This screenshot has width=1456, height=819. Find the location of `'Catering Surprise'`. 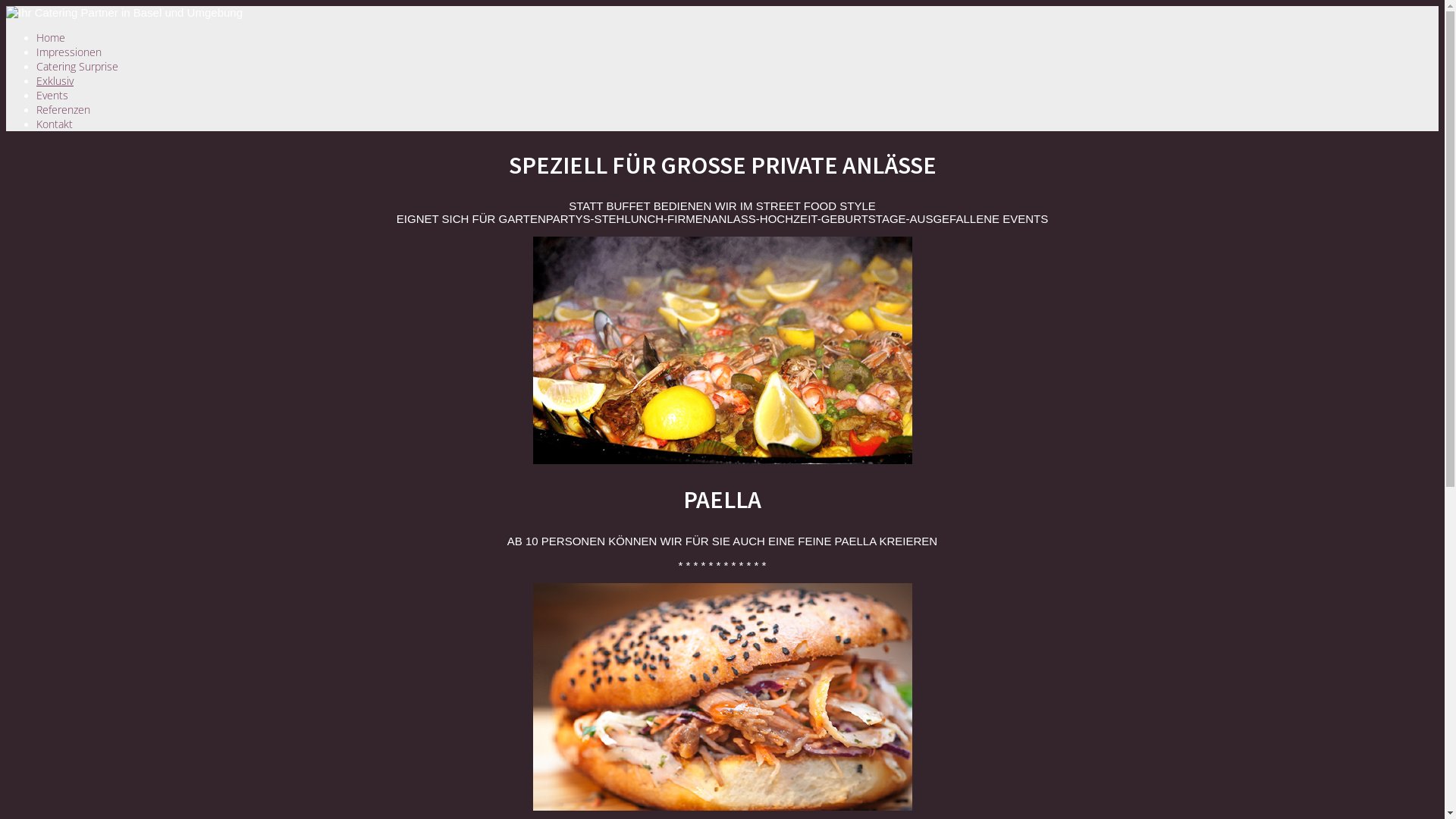

'Catering Surprise' is located at coordinates (76, 65).